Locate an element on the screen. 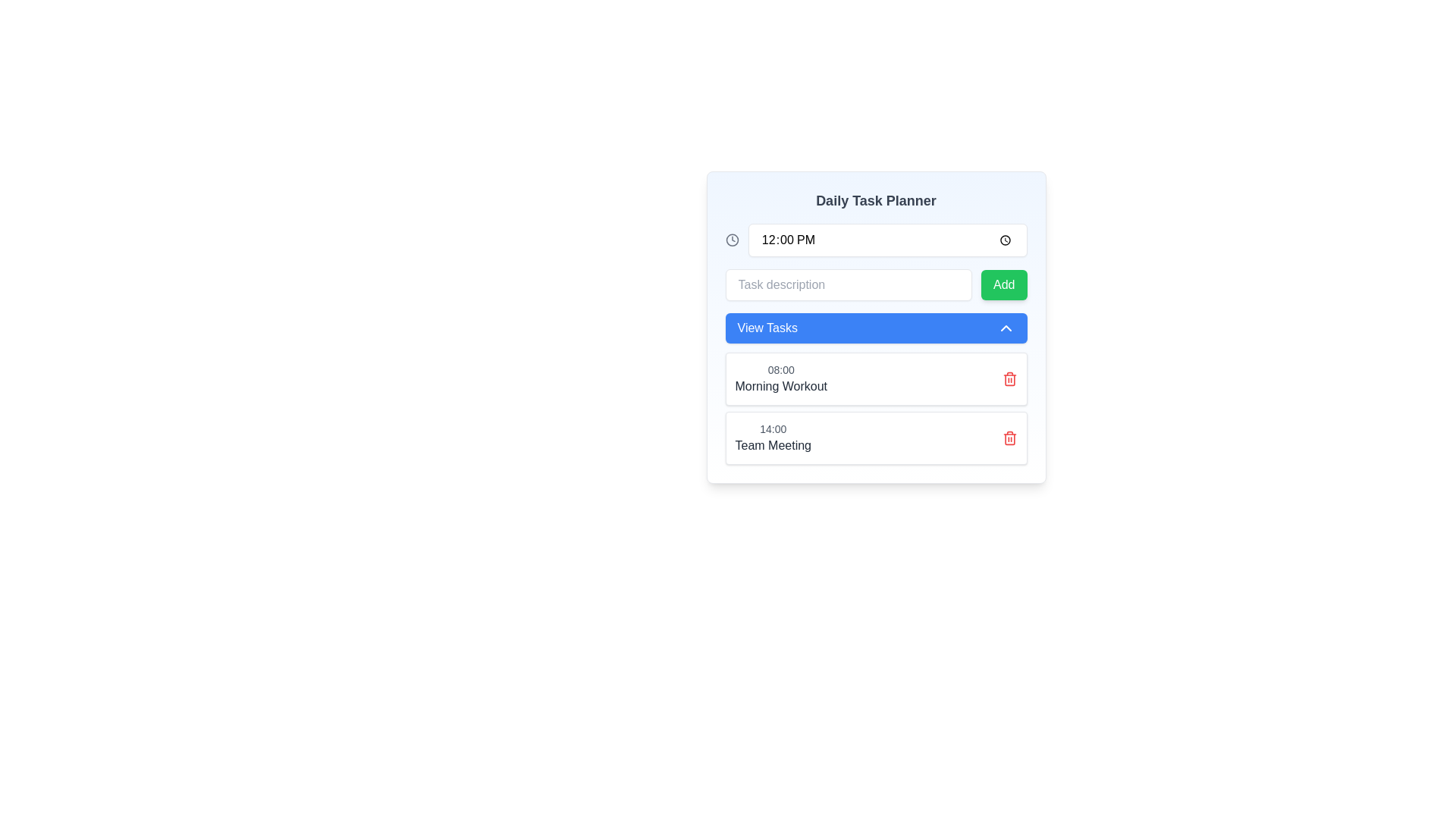 This screenshot has width=1456, height=819. the delete icon button for the task 'Morning Workout' in the 'Daily Task Planner' interface is located at coordinates (1009, 378).